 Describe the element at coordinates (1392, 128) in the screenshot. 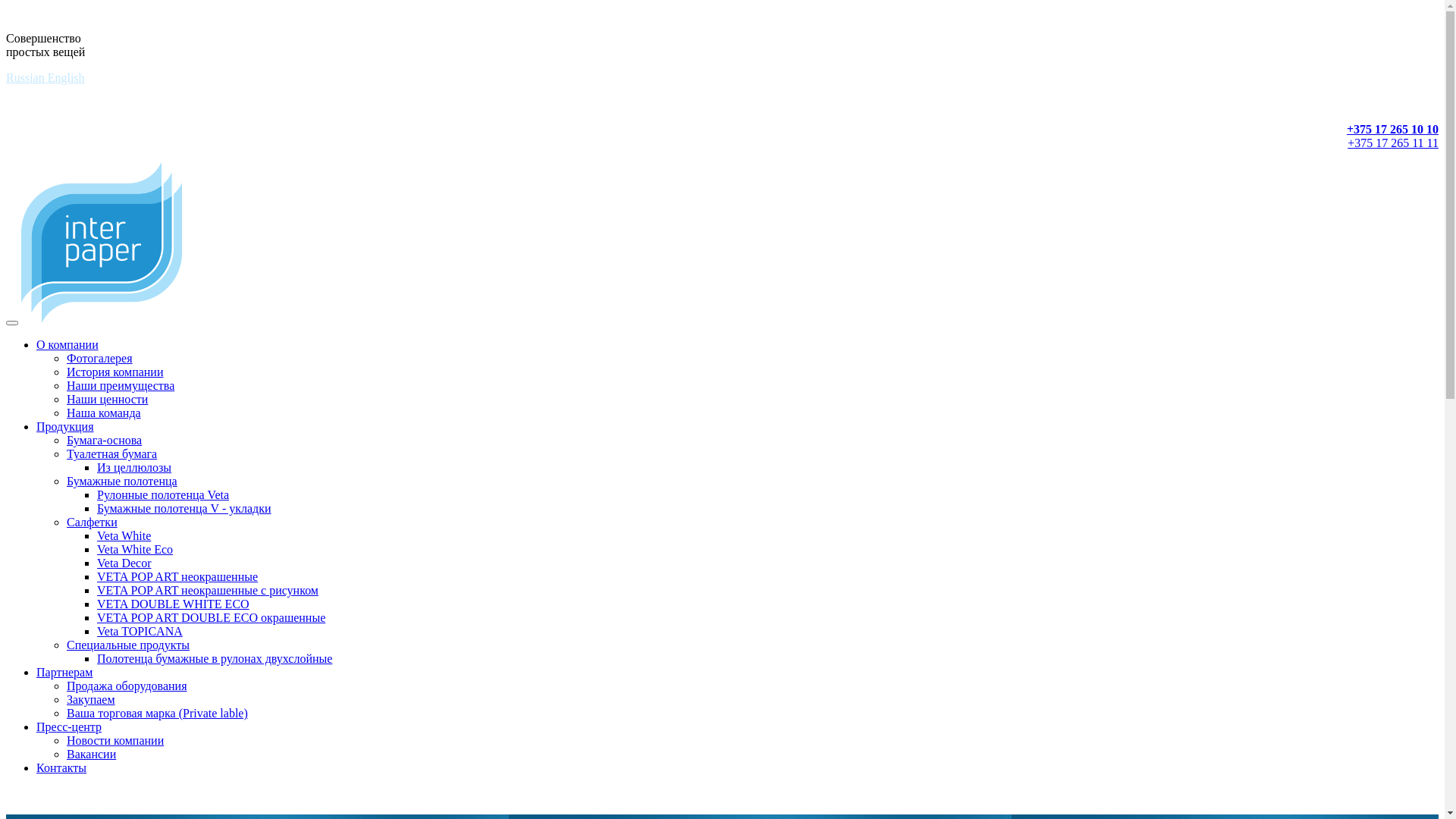

I see `'+375 17 265 10 10'` at that location.